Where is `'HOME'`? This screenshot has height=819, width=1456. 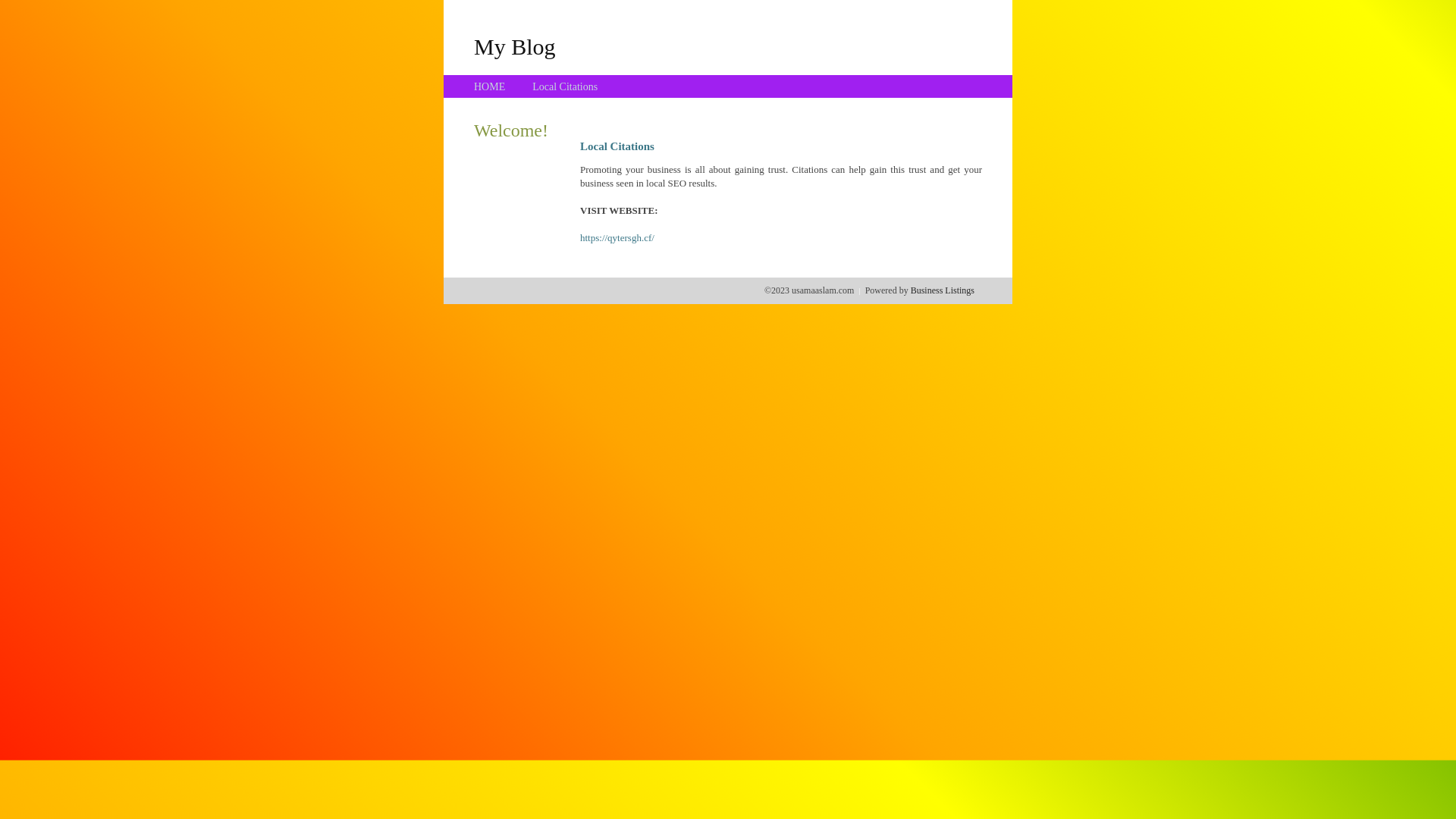 'HOME' is located at coordinates (472, 86).